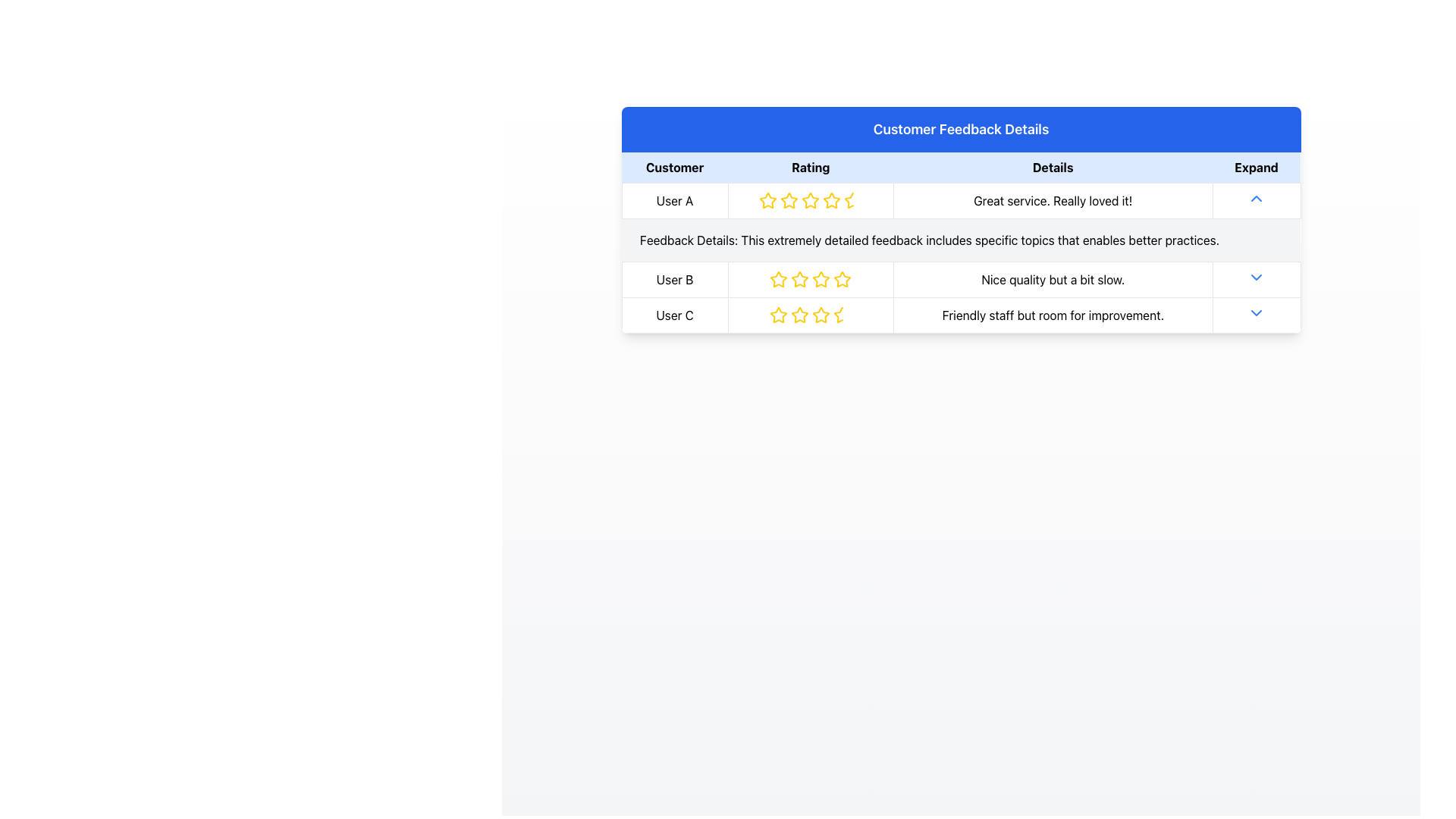  What do you see at coordinates (1257, 168) in the screenshot?
I see `the 'Expand' button, which displays the text in bold black font on a light blue background, to trigger the tooltip` at bounding box center [1257, 168].